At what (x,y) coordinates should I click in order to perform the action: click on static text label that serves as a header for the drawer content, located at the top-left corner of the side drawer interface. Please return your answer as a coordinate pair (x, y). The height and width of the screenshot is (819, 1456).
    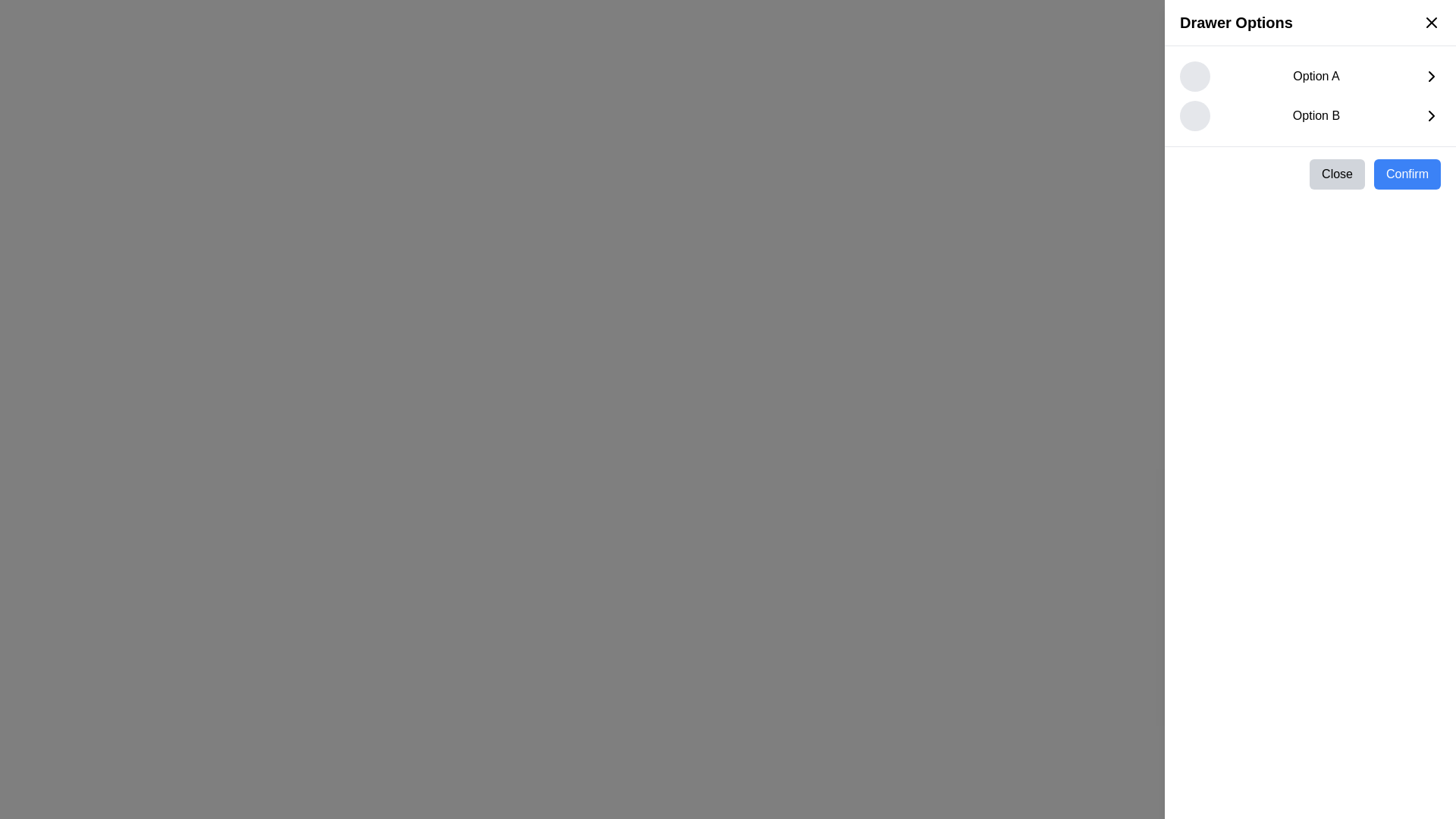
    Looking at the image, I should click on (1236, 23).